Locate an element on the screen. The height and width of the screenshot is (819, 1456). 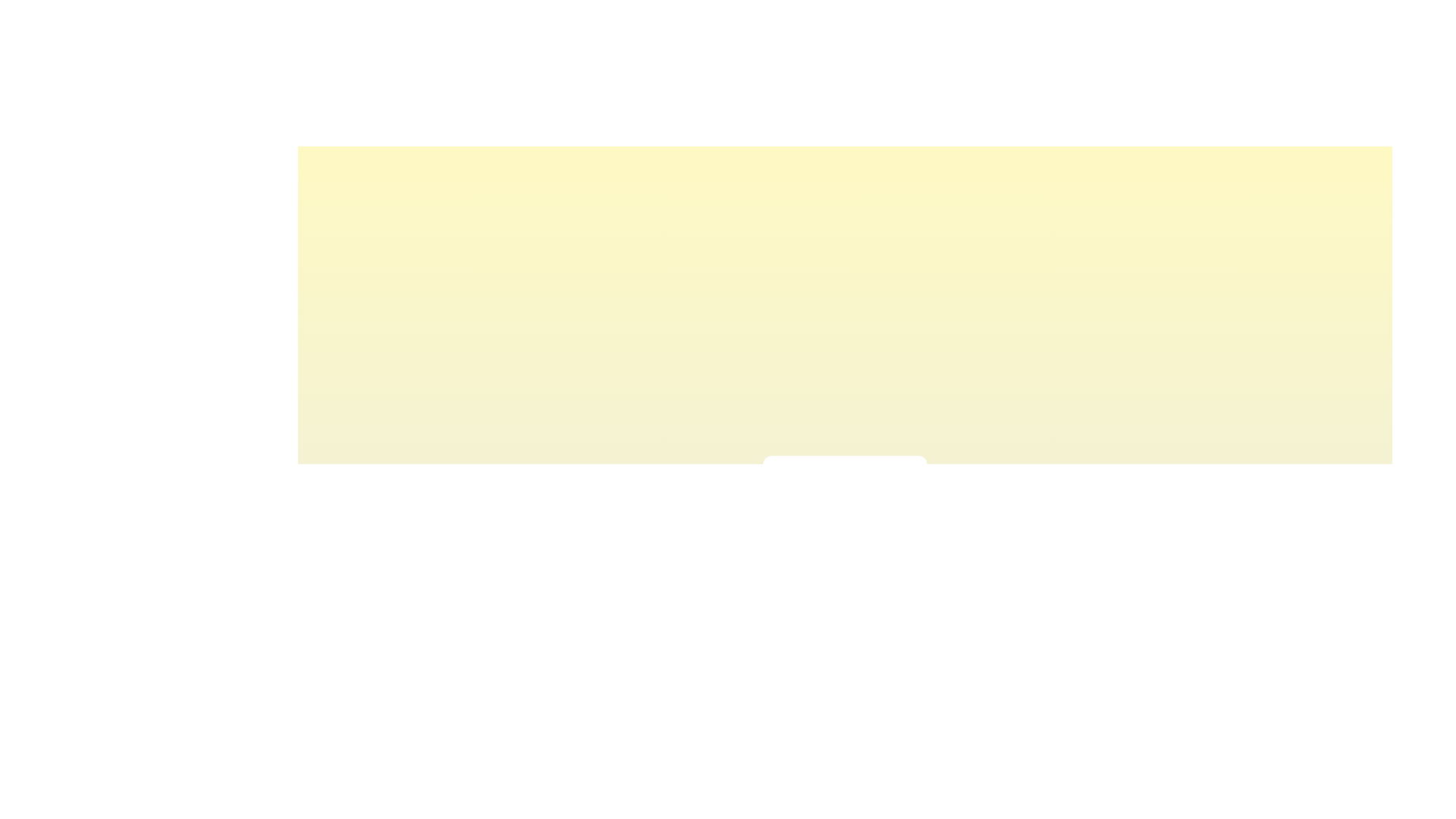
the light intensity slider to 29% to observe the corresponding visual feedback color is located at coordinates (817, 513).